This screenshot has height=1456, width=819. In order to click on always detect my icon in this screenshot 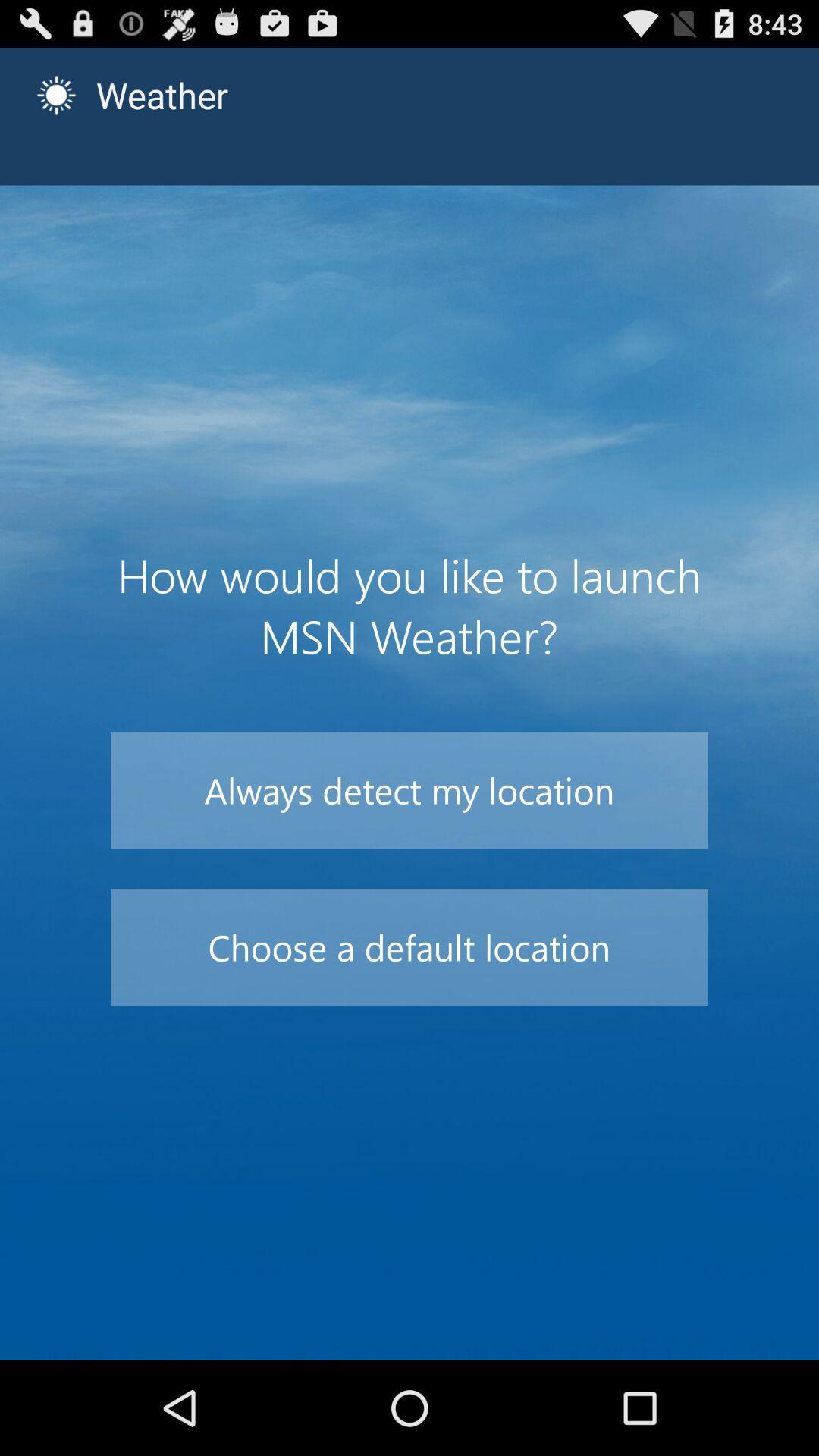, I will do `click(409, 789)`.